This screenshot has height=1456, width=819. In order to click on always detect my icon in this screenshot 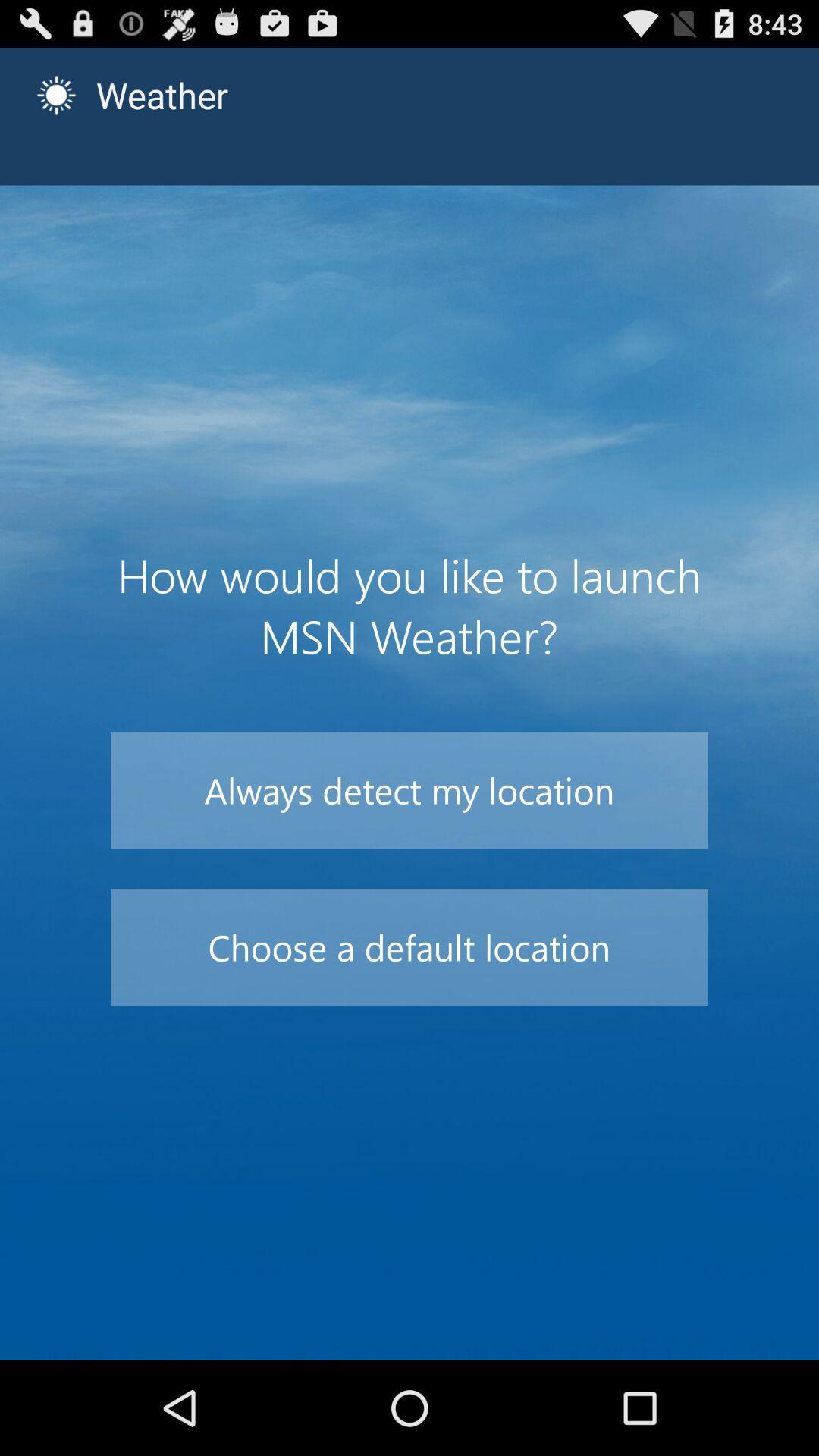, I will do `click(409, 789)`.